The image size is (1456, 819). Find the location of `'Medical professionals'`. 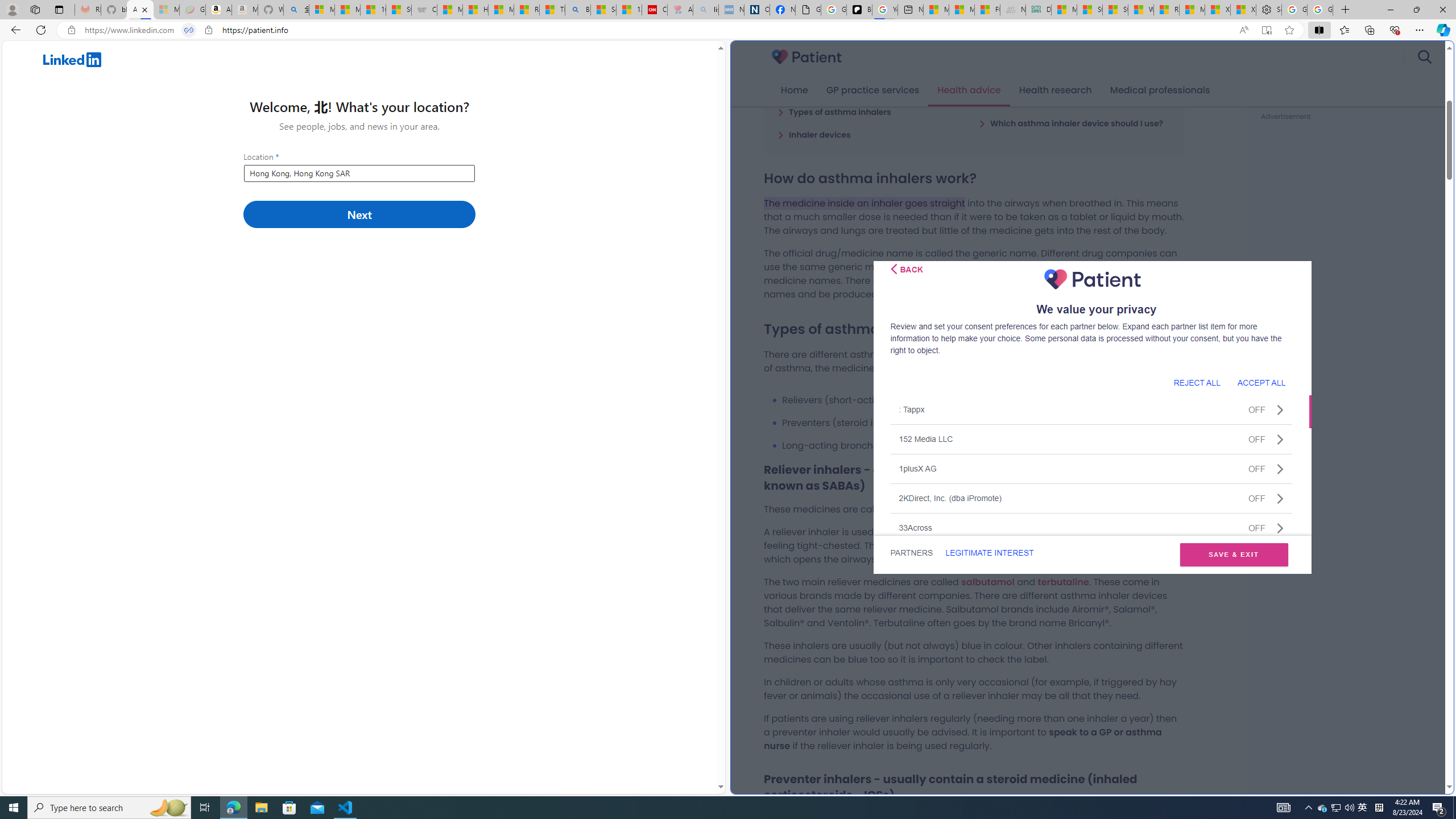

'Medical professionals' is located at coordinates (1160, 90).